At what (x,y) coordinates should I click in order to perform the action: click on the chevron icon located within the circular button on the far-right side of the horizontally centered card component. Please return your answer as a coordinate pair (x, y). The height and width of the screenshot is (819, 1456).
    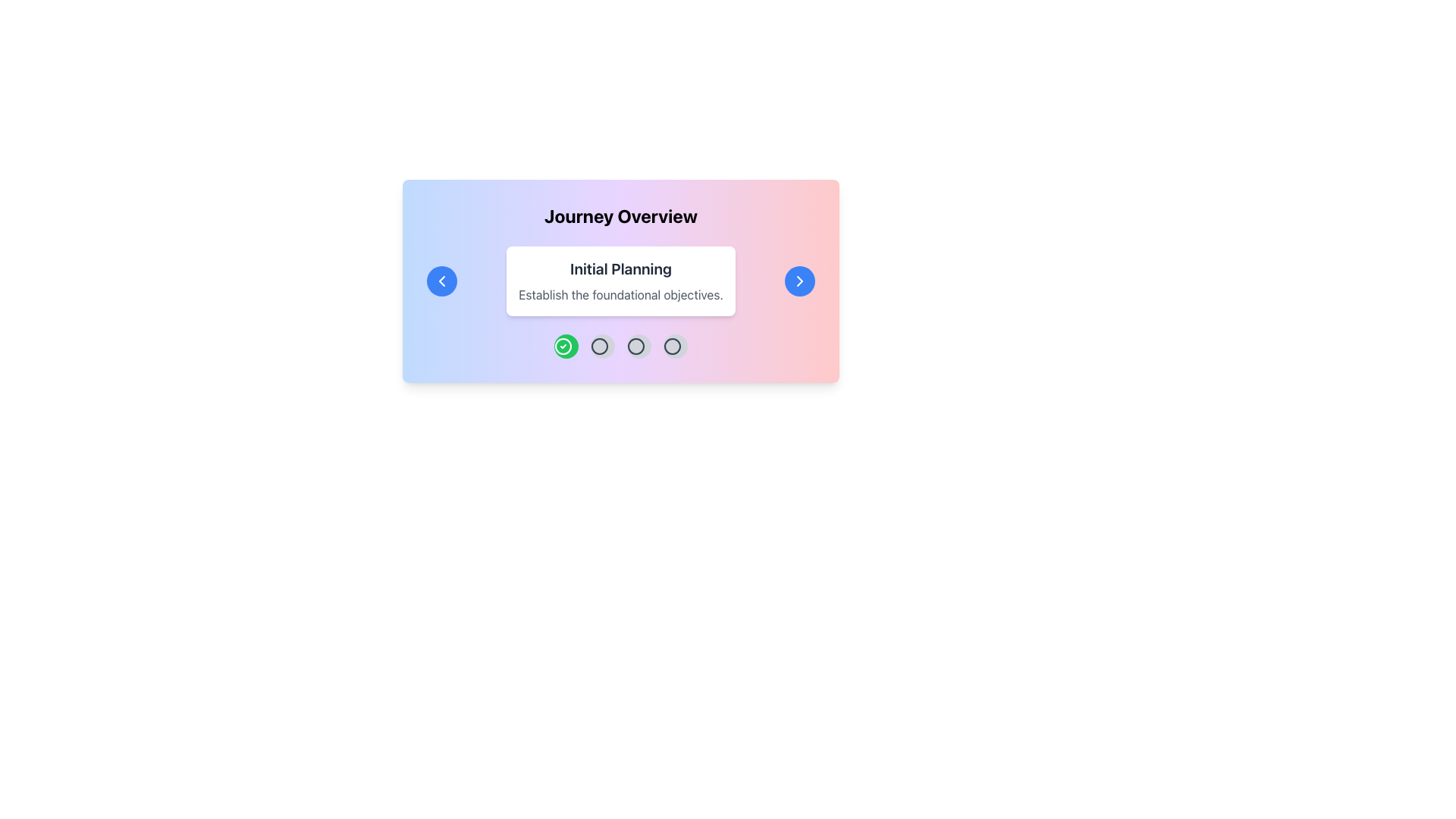
    Looking at the image, I should click on (799, 281).